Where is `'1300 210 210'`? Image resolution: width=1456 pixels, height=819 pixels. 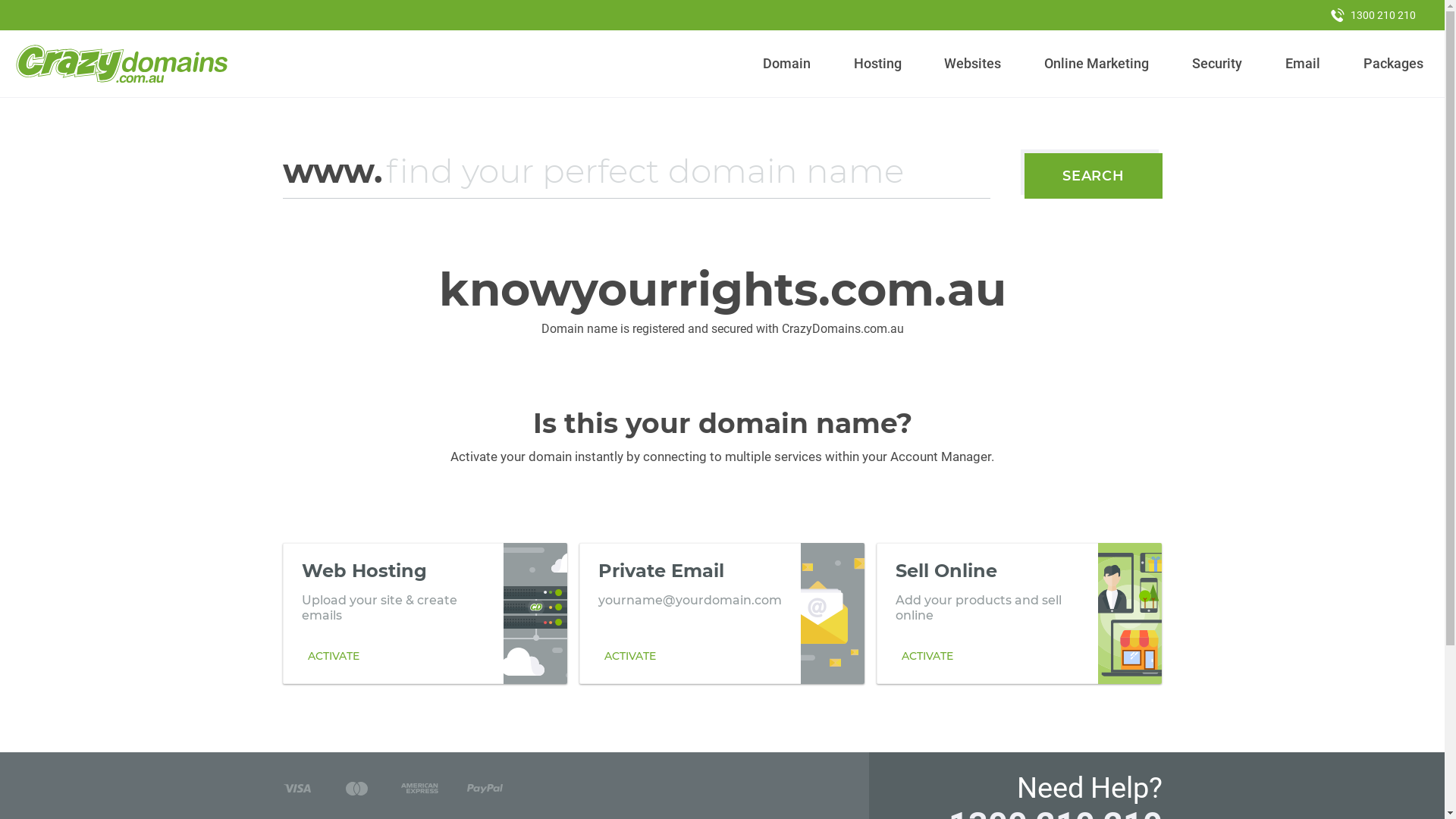
'1300 210 210' is located at coordinates (1373, 14).